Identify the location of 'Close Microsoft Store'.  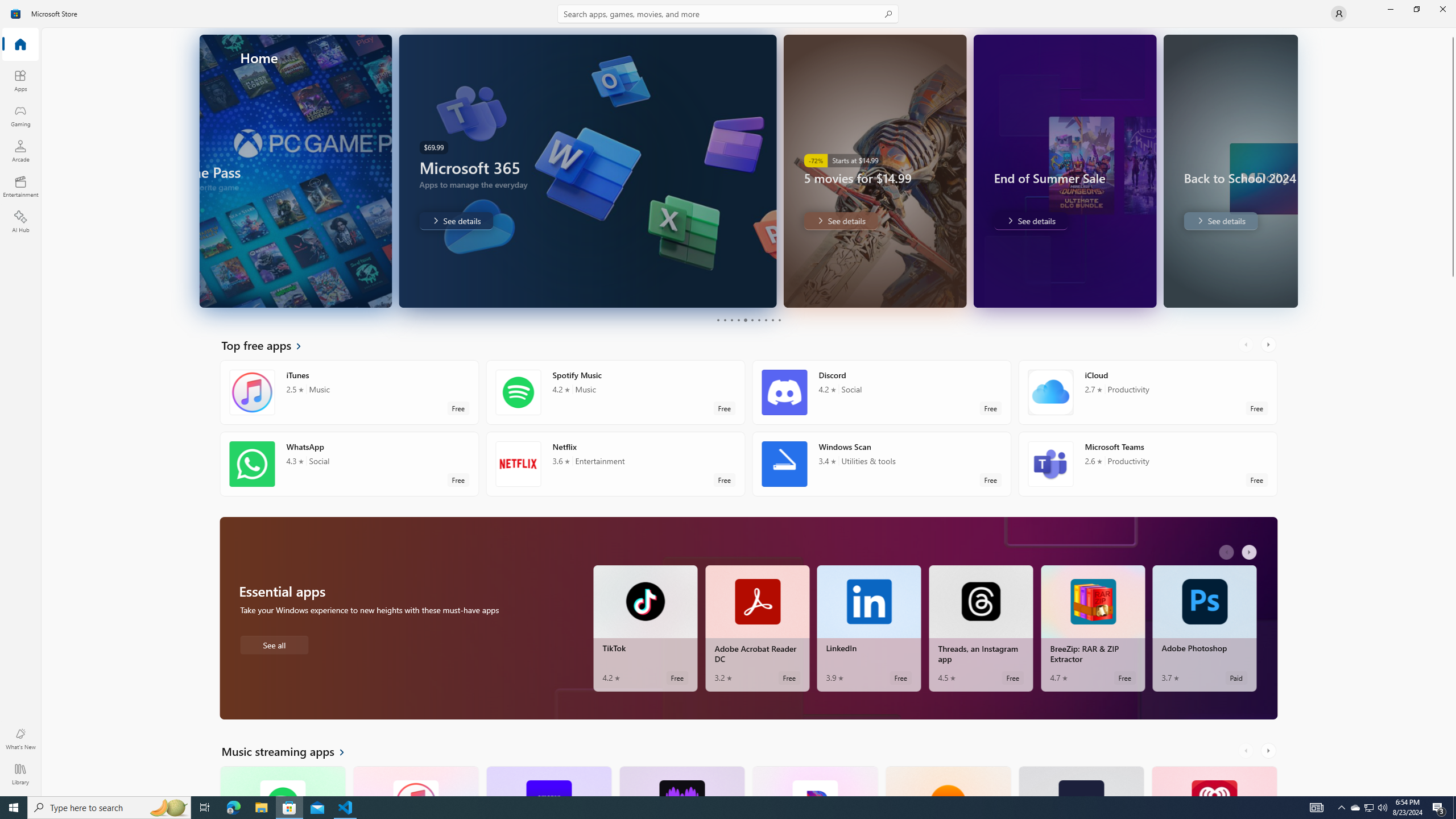
(1442, 9).